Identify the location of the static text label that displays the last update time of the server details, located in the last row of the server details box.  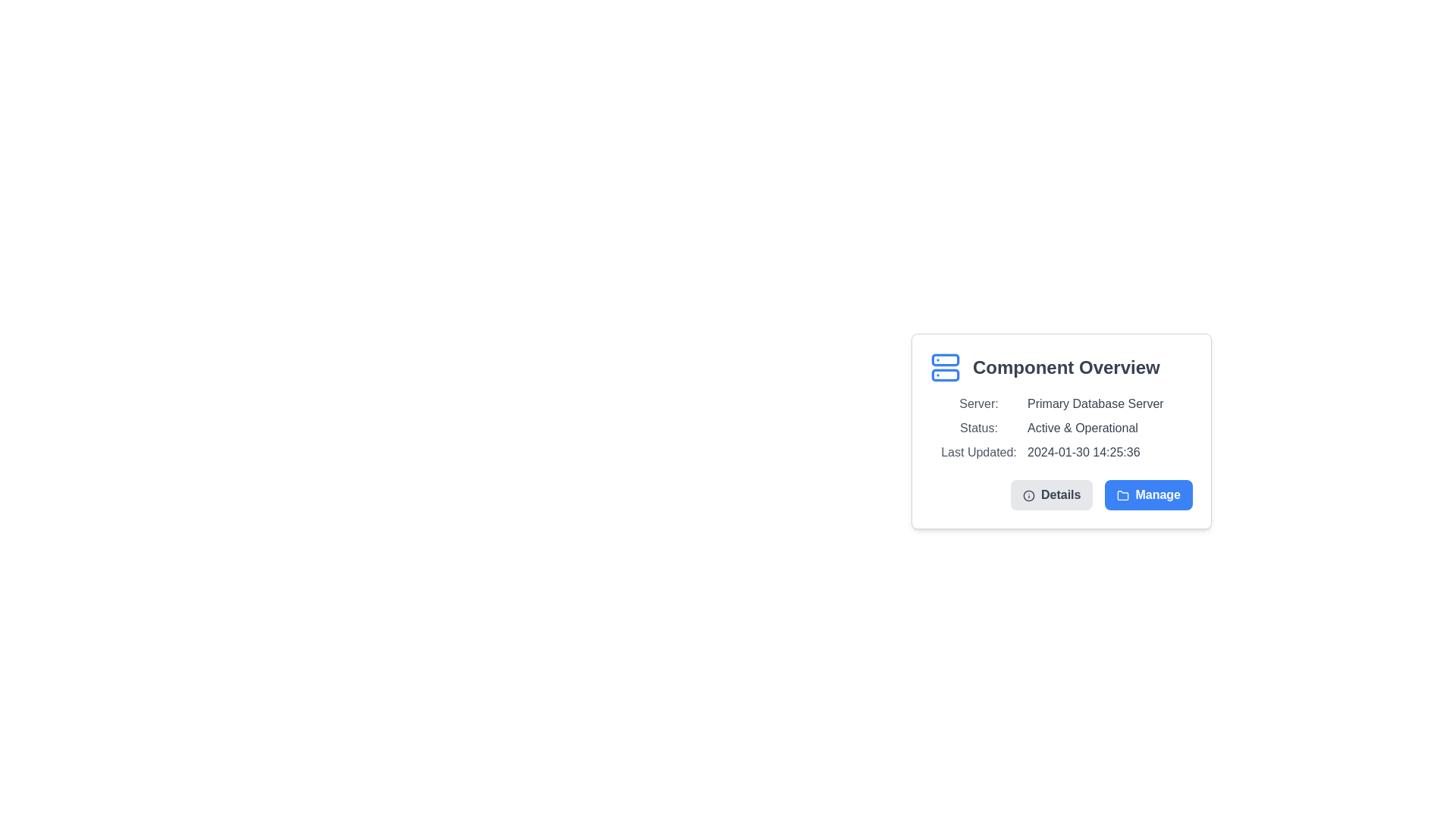
(1061, 452).